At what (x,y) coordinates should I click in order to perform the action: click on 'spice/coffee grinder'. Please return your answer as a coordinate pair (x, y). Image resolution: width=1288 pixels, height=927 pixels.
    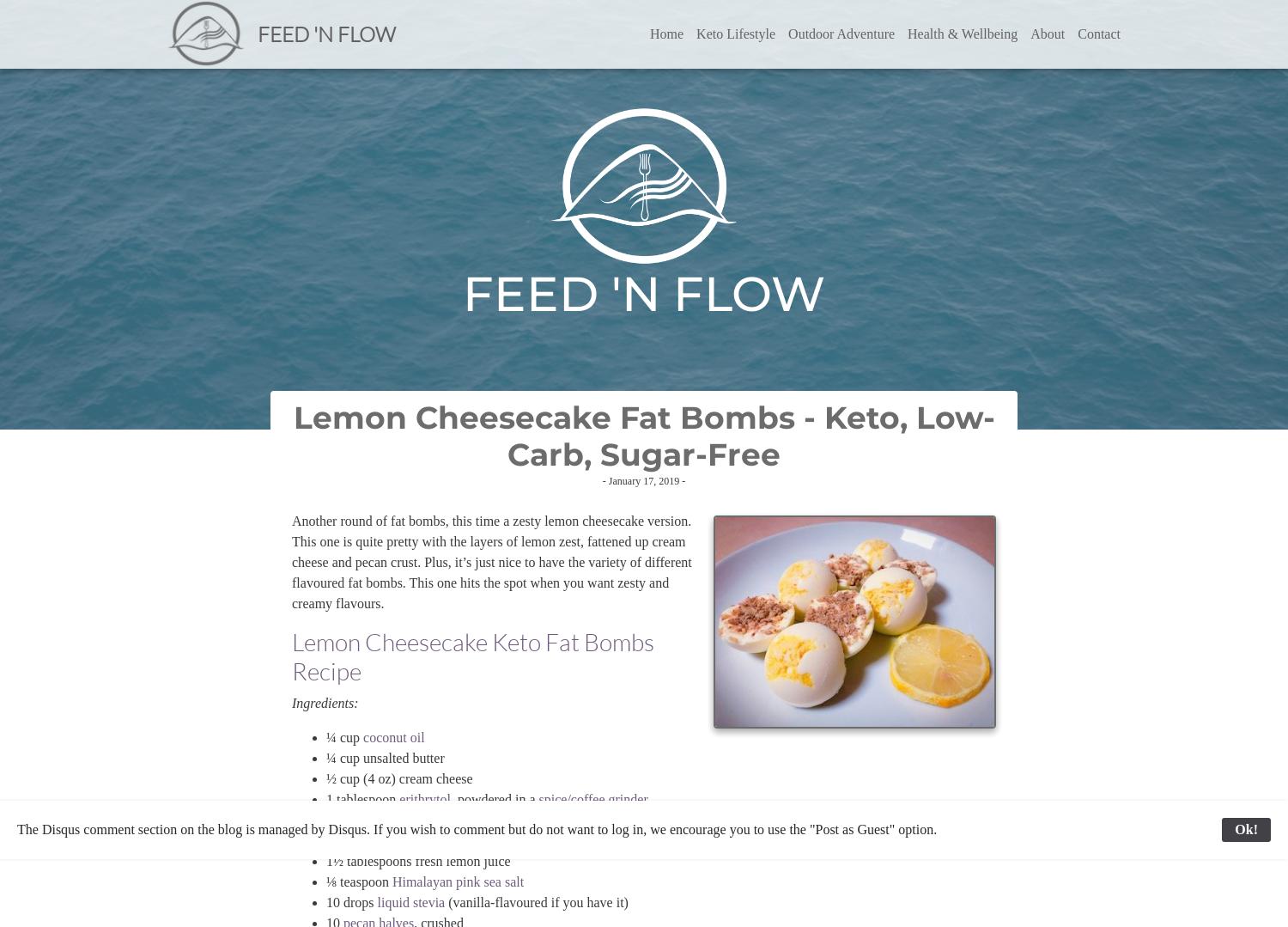
    Looking at the image, I should click on (592, 798).